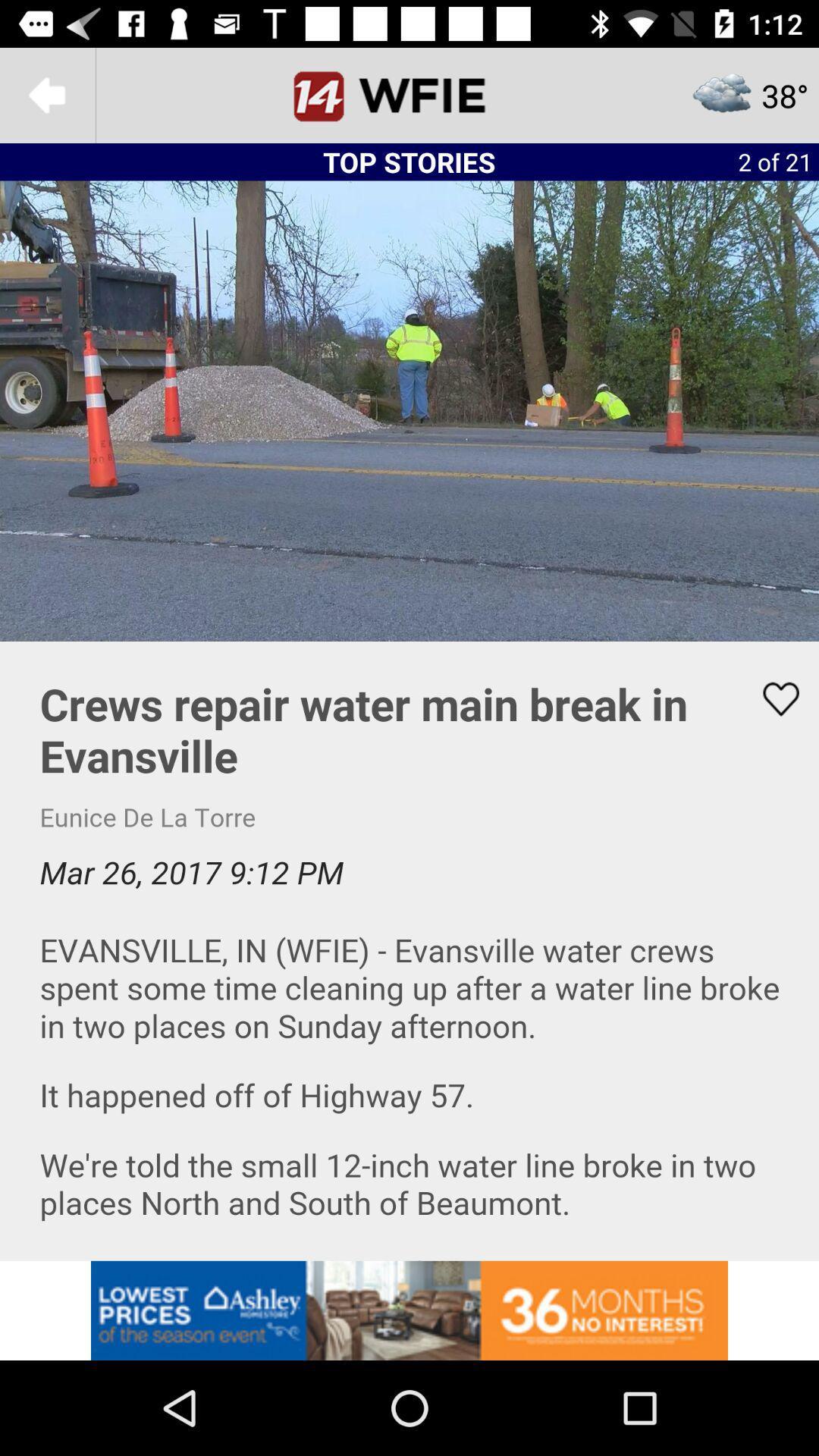  I want to click on the arrow_backward icon, so click(46, 94).